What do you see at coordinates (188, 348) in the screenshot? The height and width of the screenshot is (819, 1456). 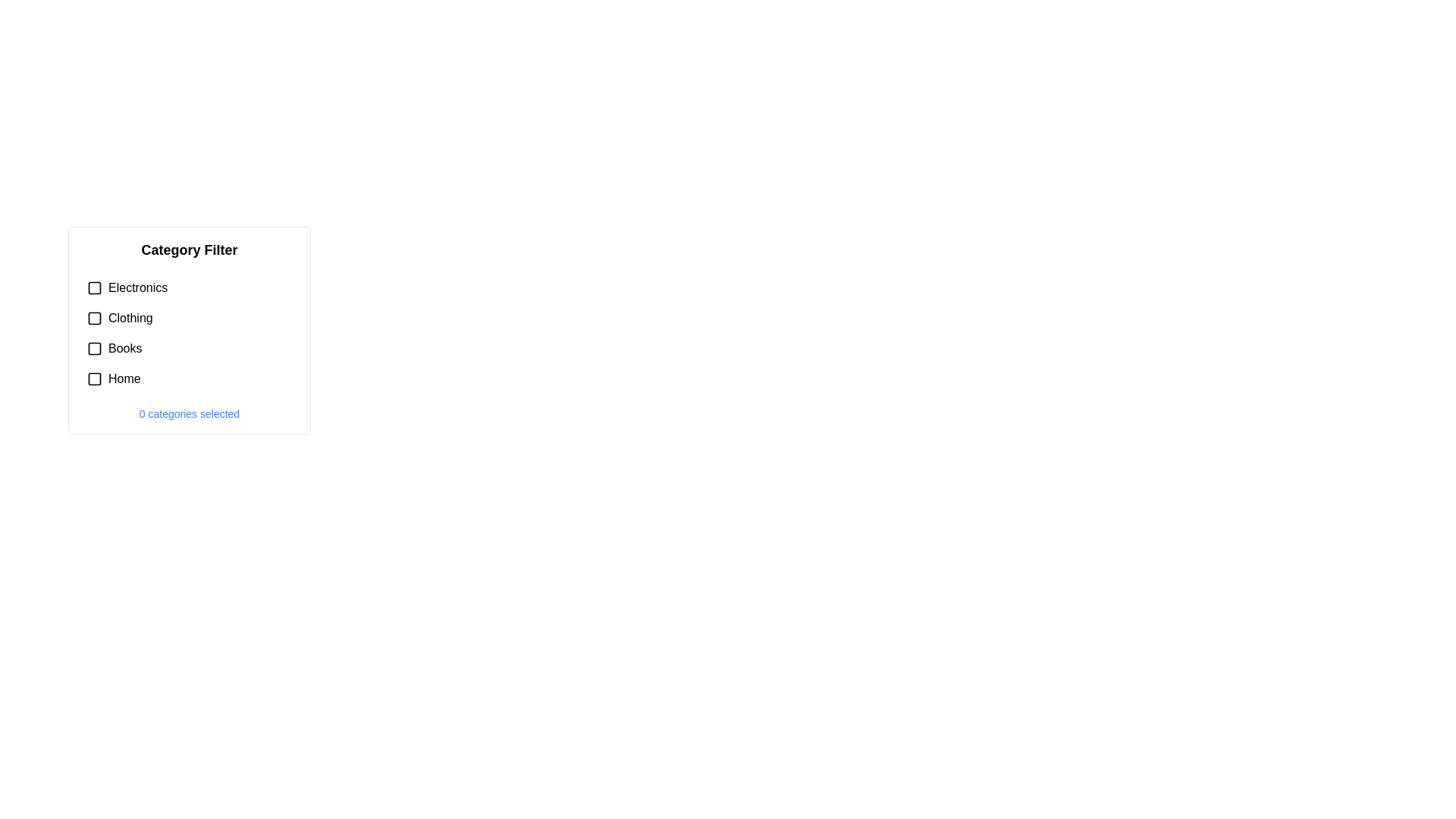 I see `the 'Books' checkbox option within the 'Category Filter'` at bounding box center [188, 348].